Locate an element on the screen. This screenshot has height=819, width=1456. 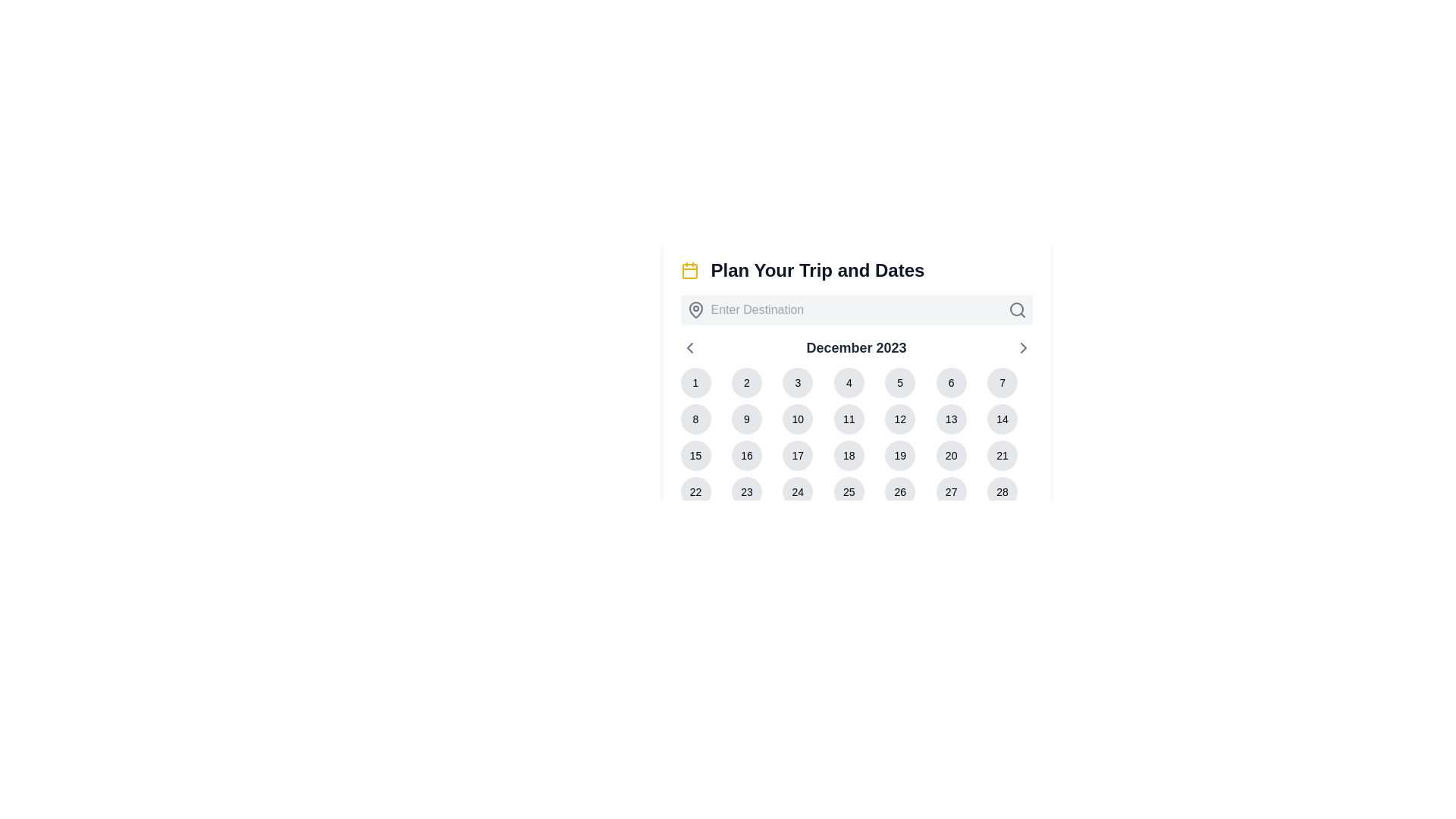
the circular button displaying the number '11' in the calendar grid under 'December 2023', located in the second row, fourth column of visible days is located at coordinates (848, 419).